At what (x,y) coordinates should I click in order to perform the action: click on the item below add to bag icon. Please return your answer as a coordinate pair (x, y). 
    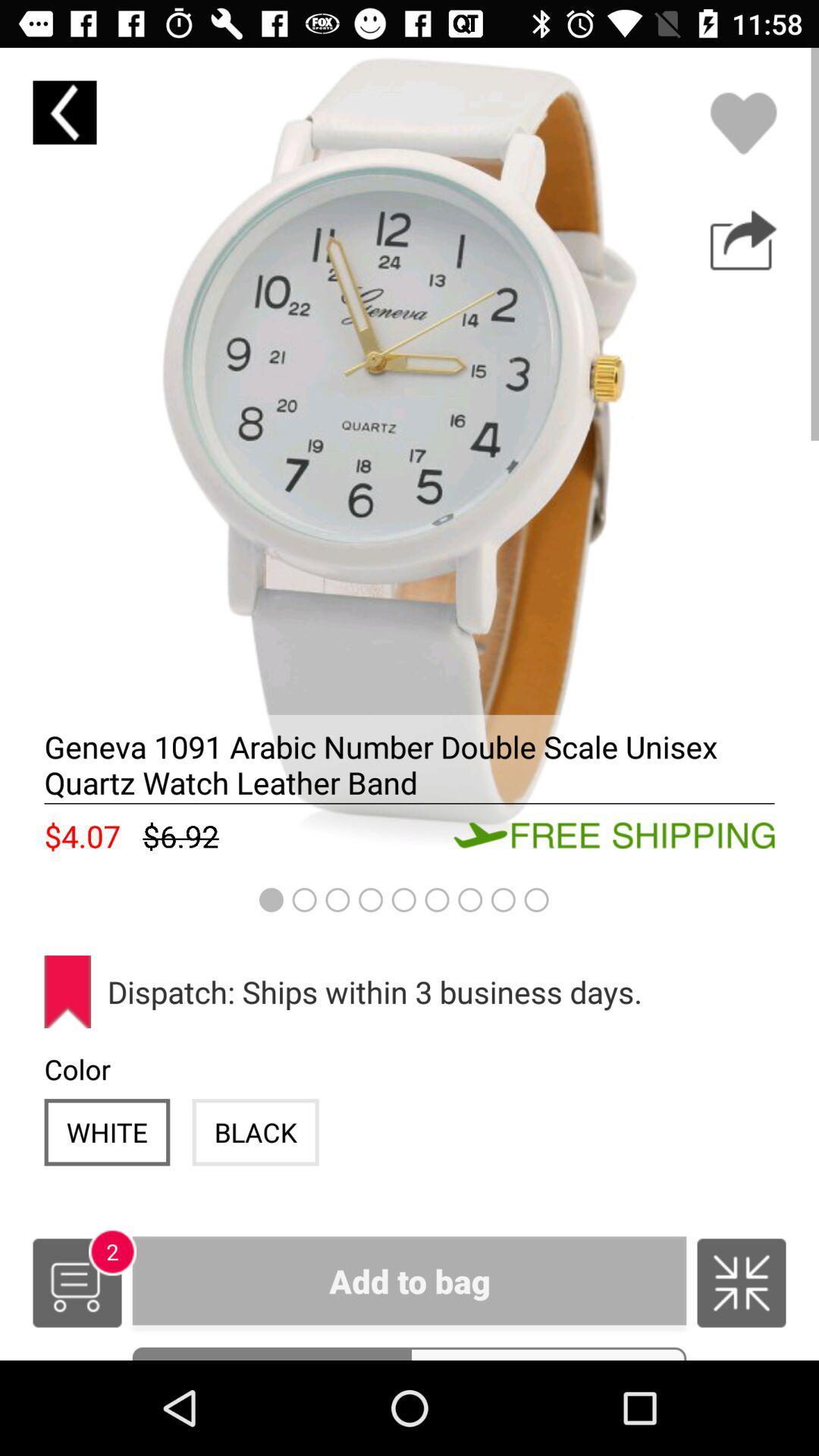
    Looking at the image, I should click on (270, 1354).